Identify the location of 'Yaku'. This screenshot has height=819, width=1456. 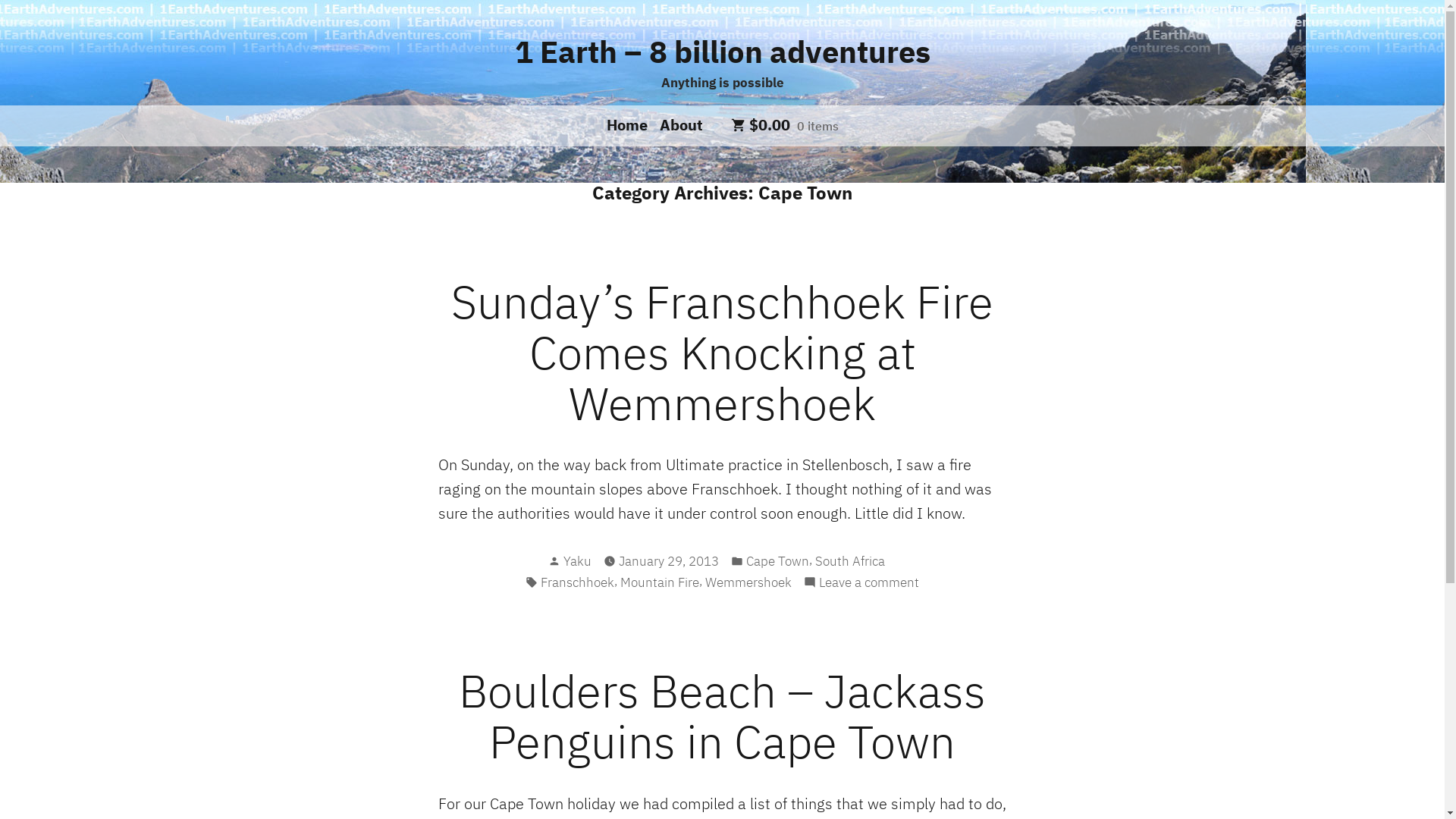
(576, 561).